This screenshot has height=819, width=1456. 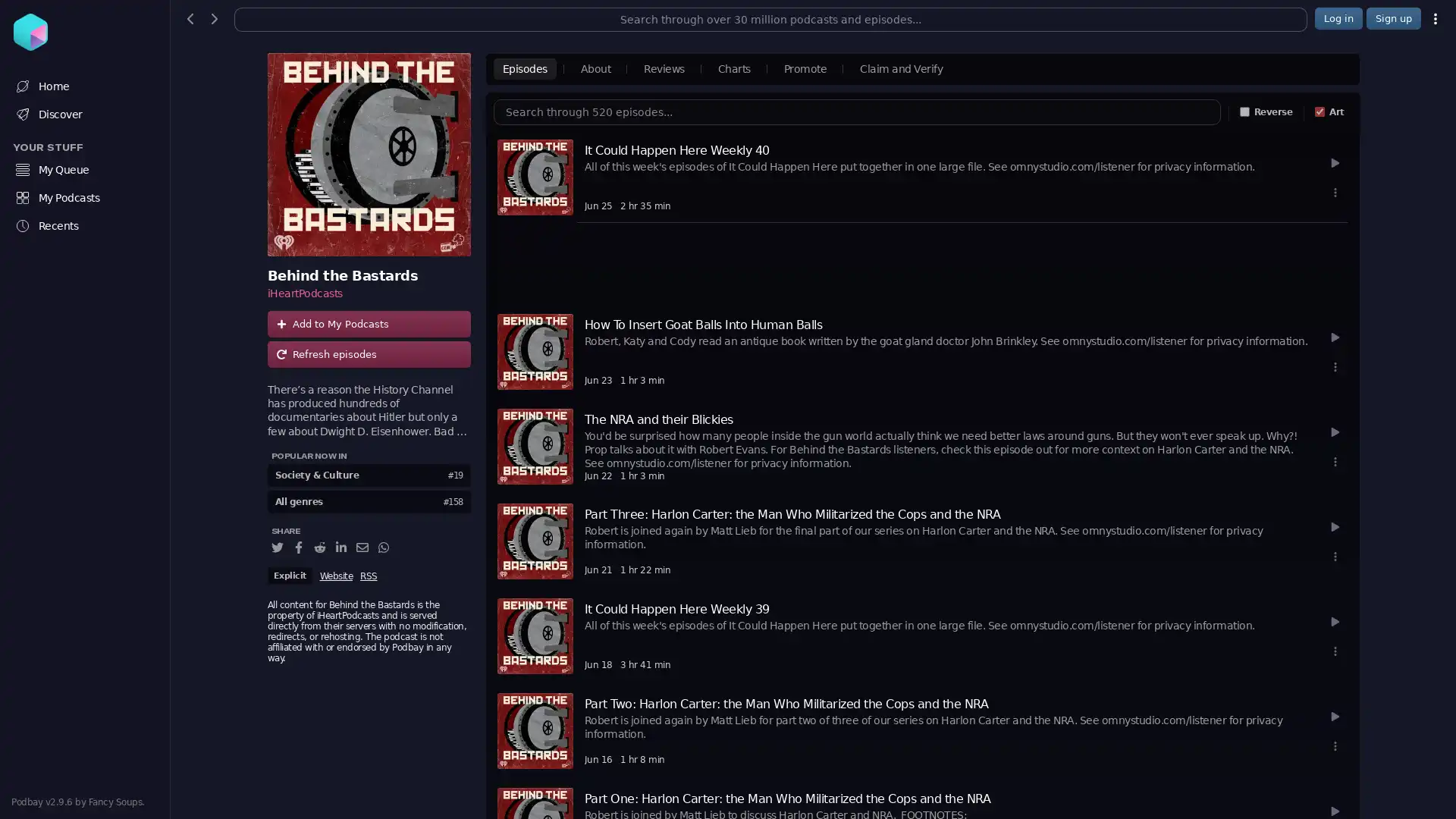 What do you see at coordinates (368, 354) in the screenshot?
I see `Refresh episodes` at bounding box center [368, 354].